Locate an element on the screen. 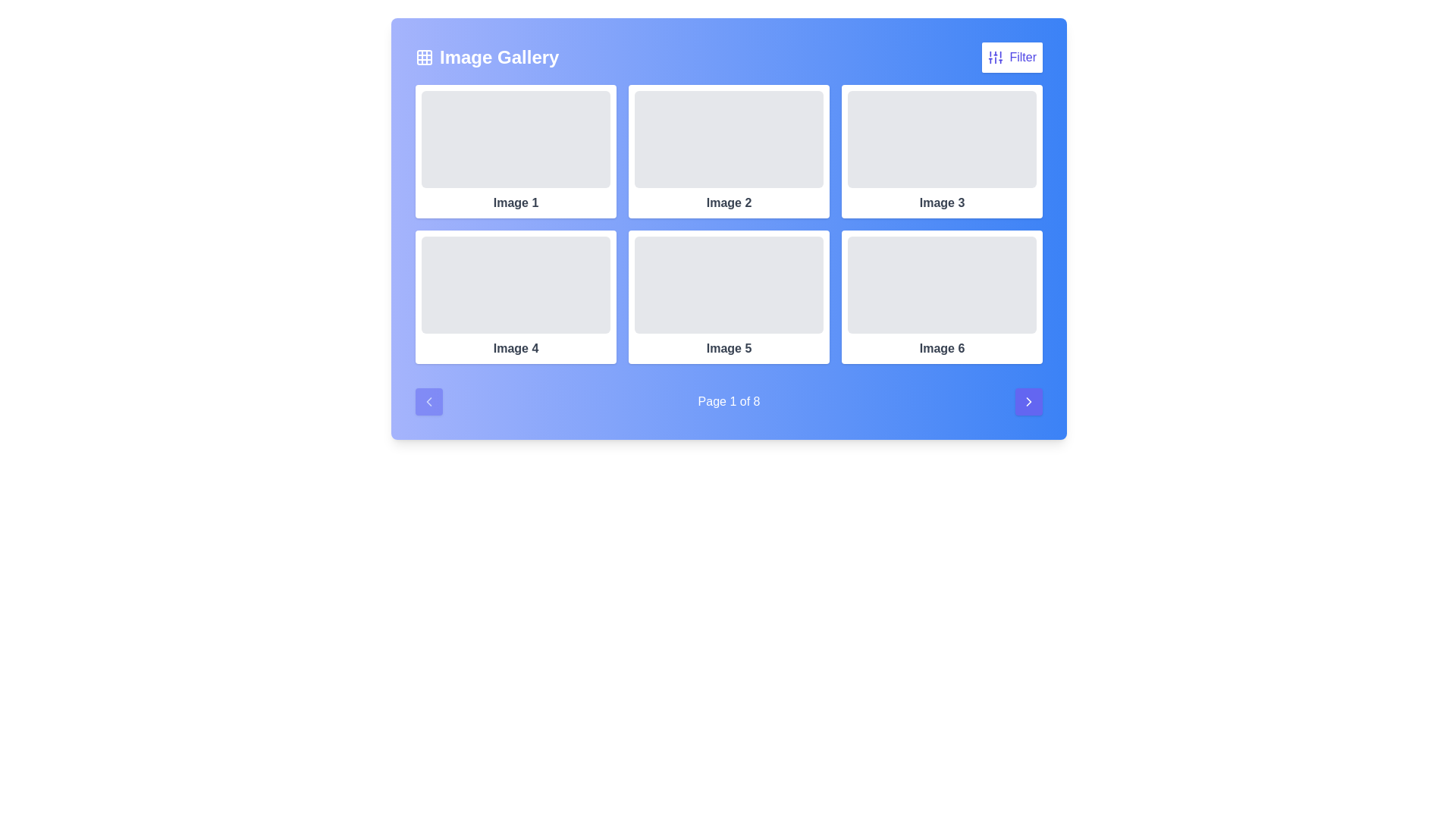  the text label displaying 'Image 1', which is centered horizontally in a dark gray font against a white background is located at coordinates (516, 202).